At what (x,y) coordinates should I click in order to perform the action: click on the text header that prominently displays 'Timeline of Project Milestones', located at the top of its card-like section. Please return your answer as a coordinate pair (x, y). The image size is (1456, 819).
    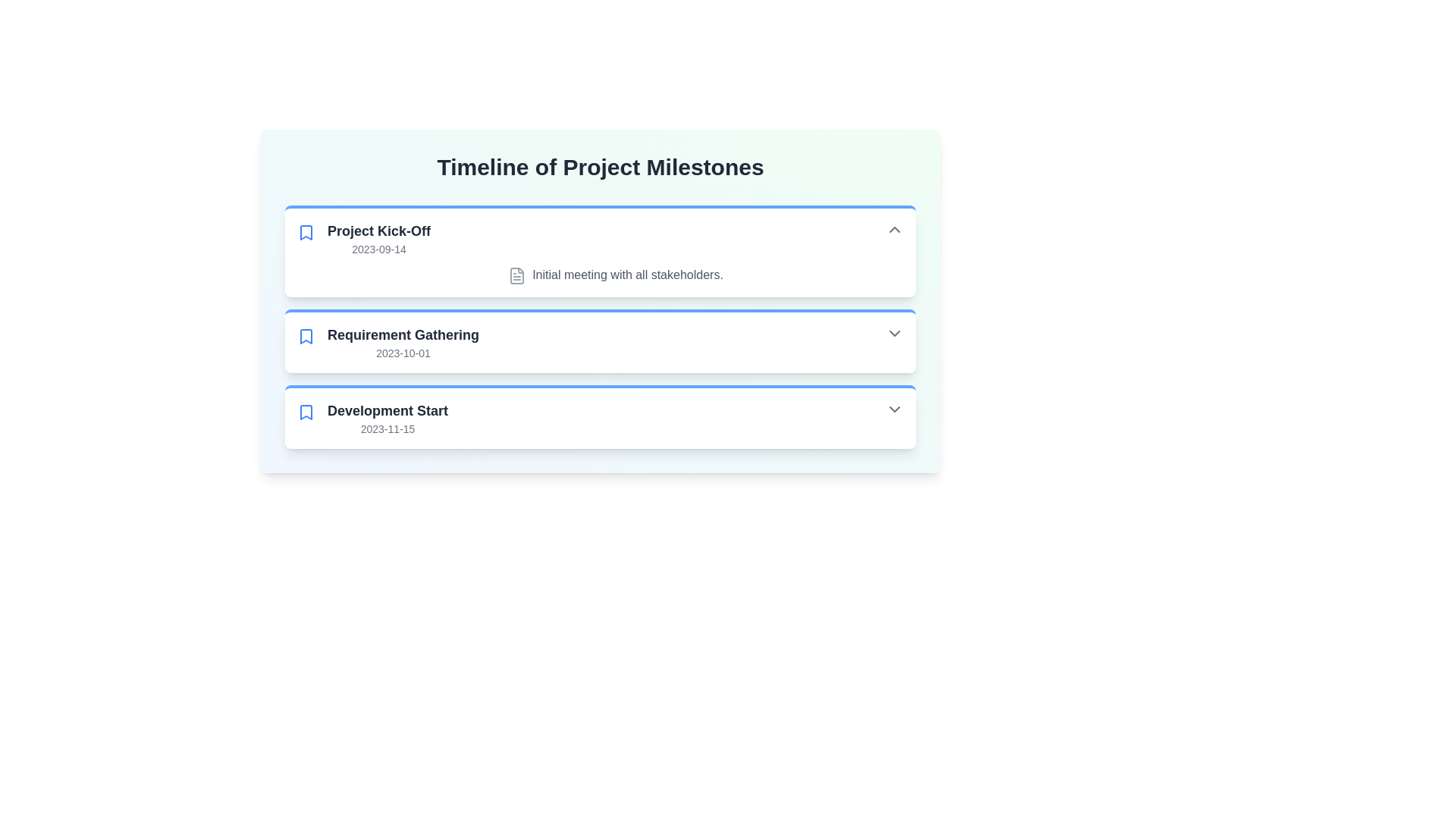
    Looking at the image, I should click on (600, 167).